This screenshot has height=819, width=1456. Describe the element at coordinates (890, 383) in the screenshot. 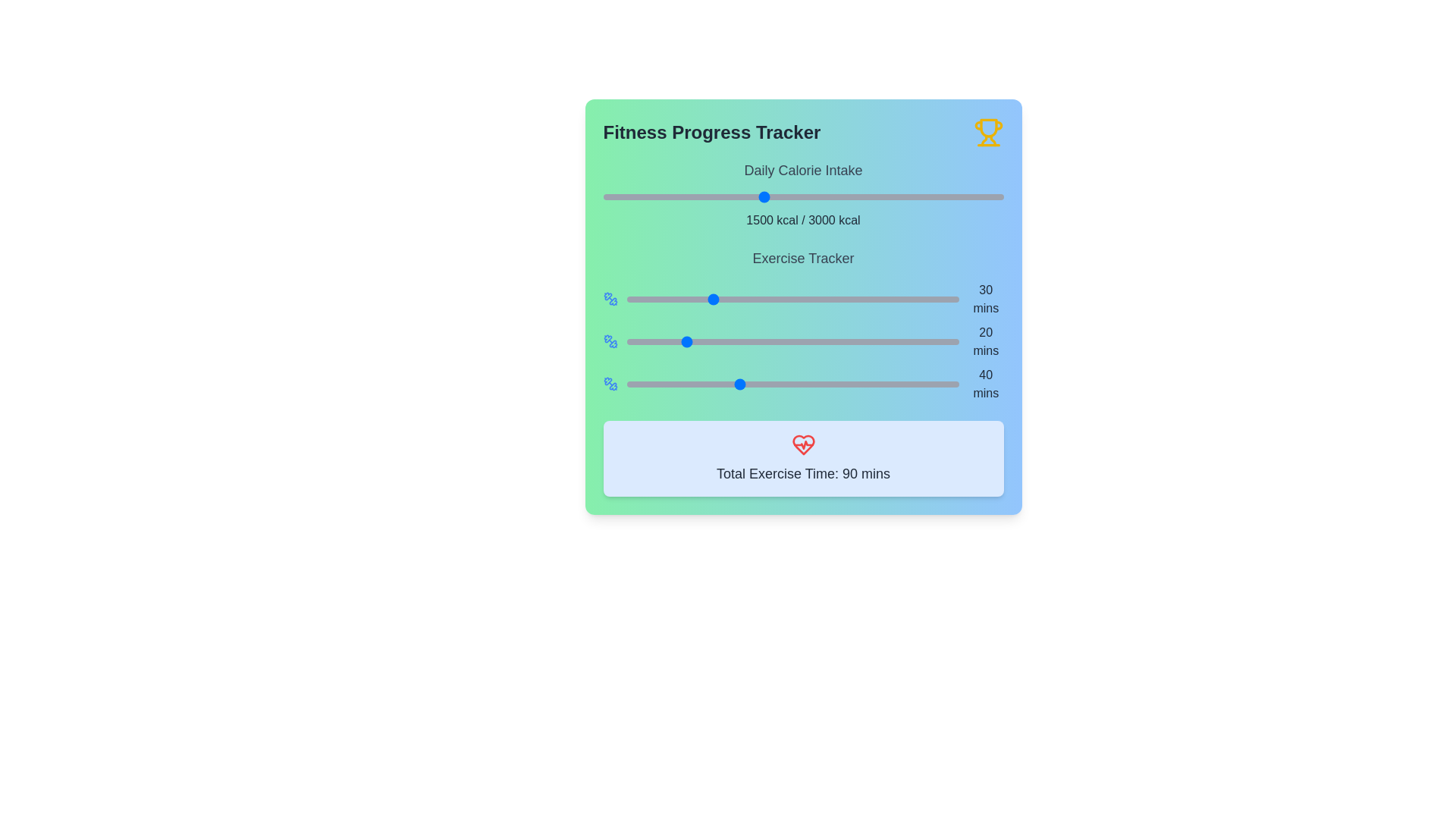

I see `the exercise duration` at that location.